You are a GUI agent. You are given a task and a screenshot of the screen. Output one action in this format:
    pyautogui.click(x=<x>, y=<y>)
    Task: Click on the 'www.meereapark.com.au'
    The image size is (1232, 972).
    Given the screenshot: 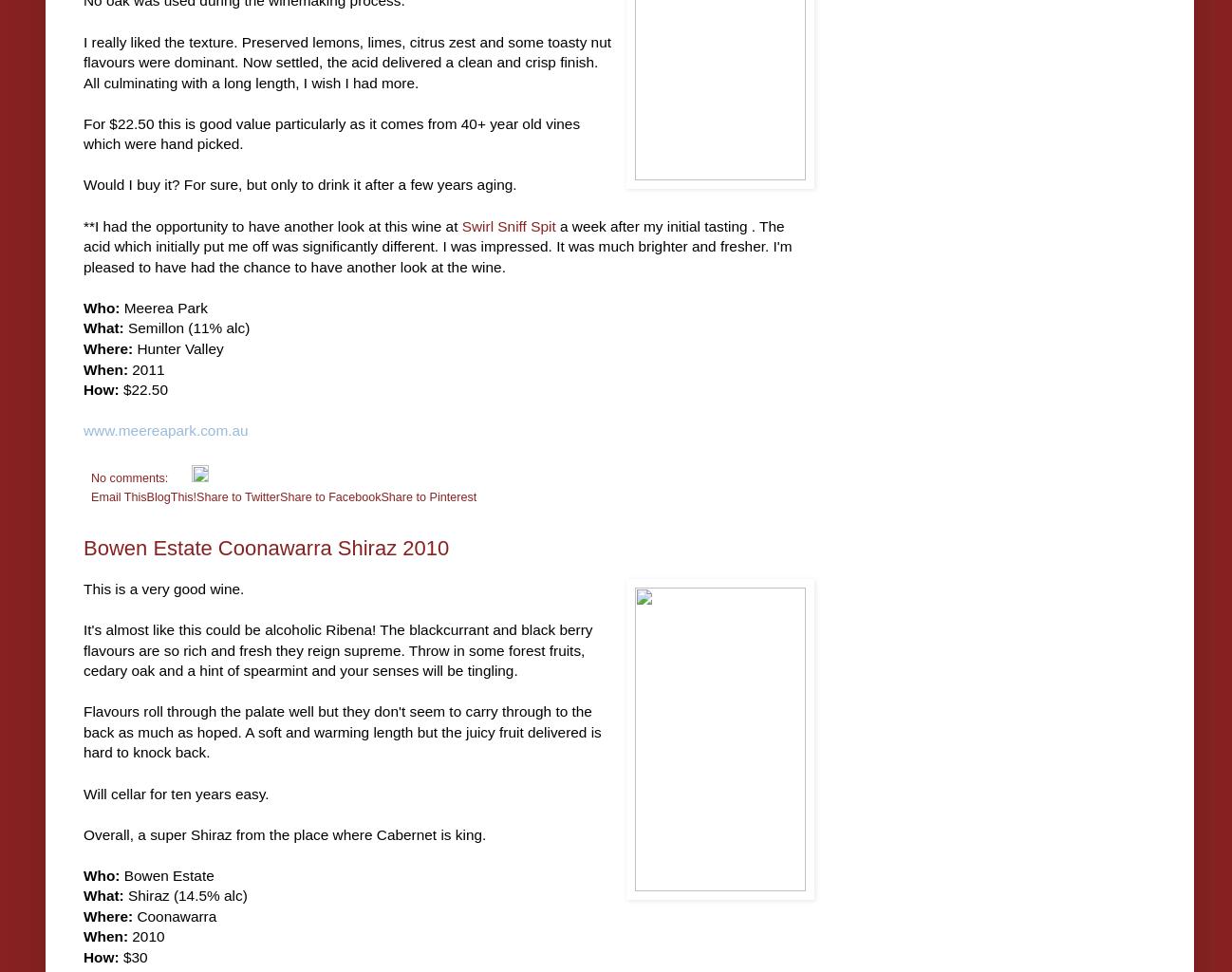 What is the action you would take?
    pyautogui.click(x=84, y=430)
    